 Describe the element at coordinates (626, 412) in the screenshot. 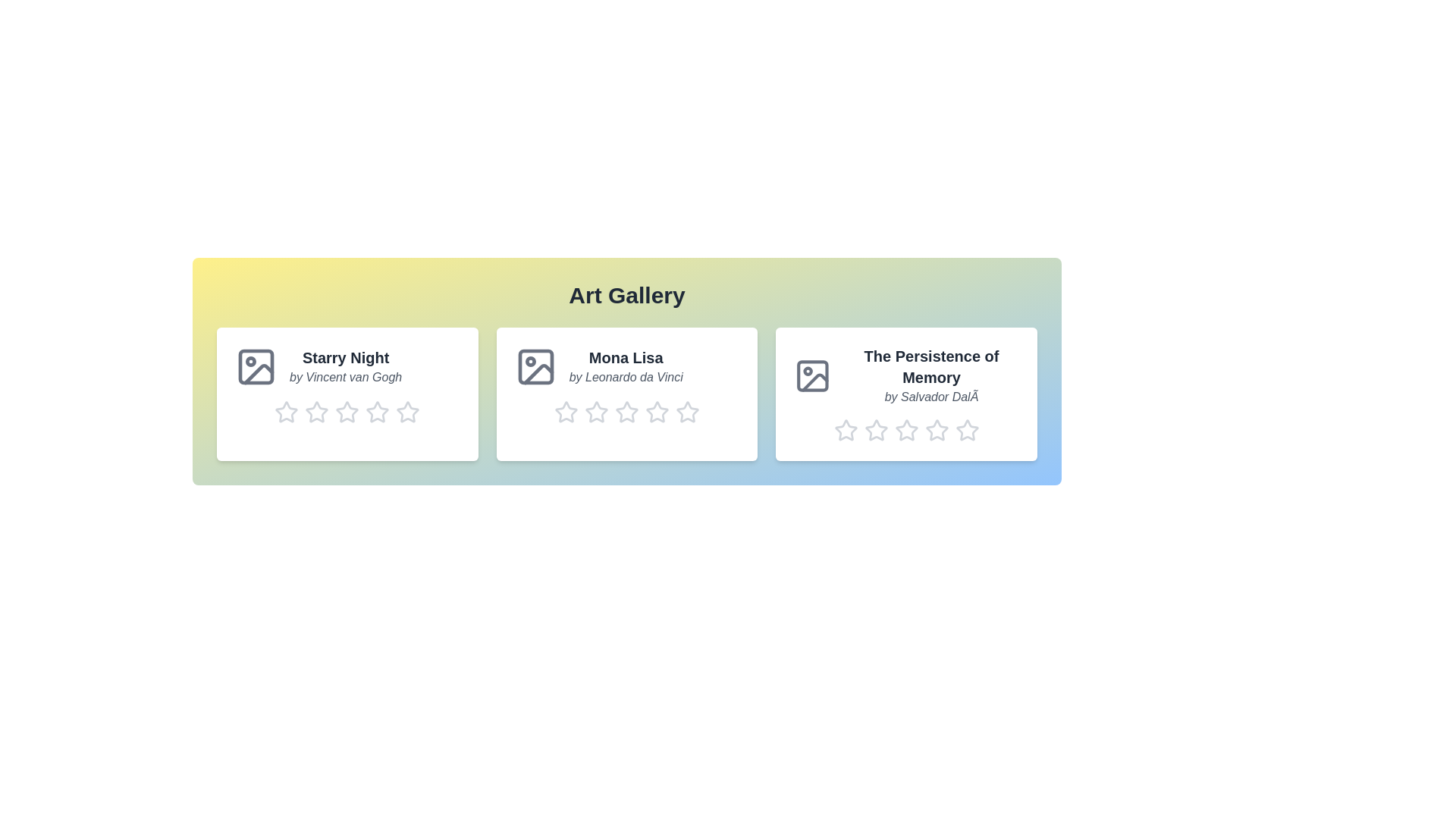

I see `the rating for the artwork 'Mona Lisa' to 3 stars` at that location.